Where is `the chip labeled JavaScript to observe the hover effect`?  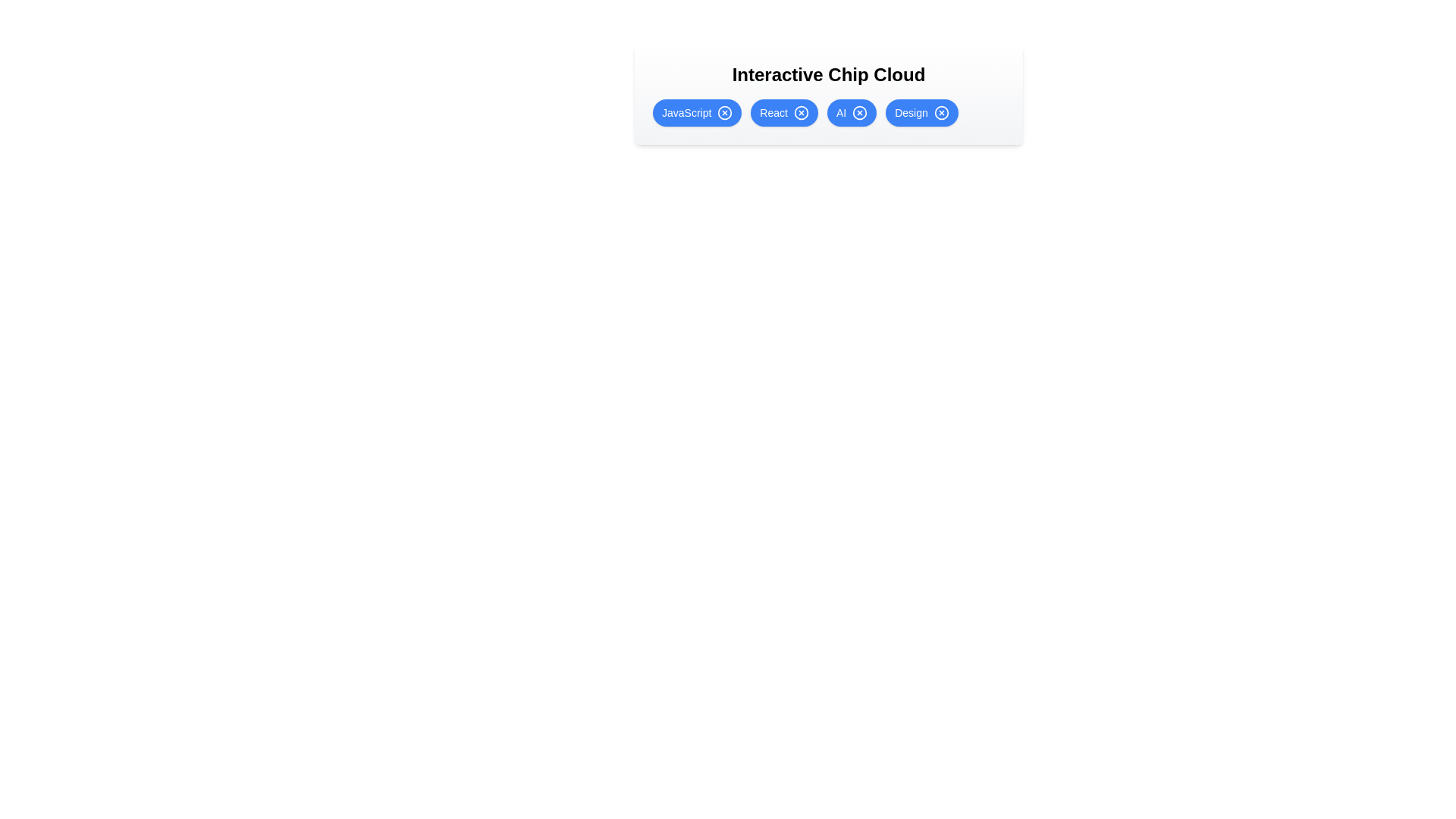
the chip labeled JavaScript to observe the hover effect is located at coordinates (696, 112).